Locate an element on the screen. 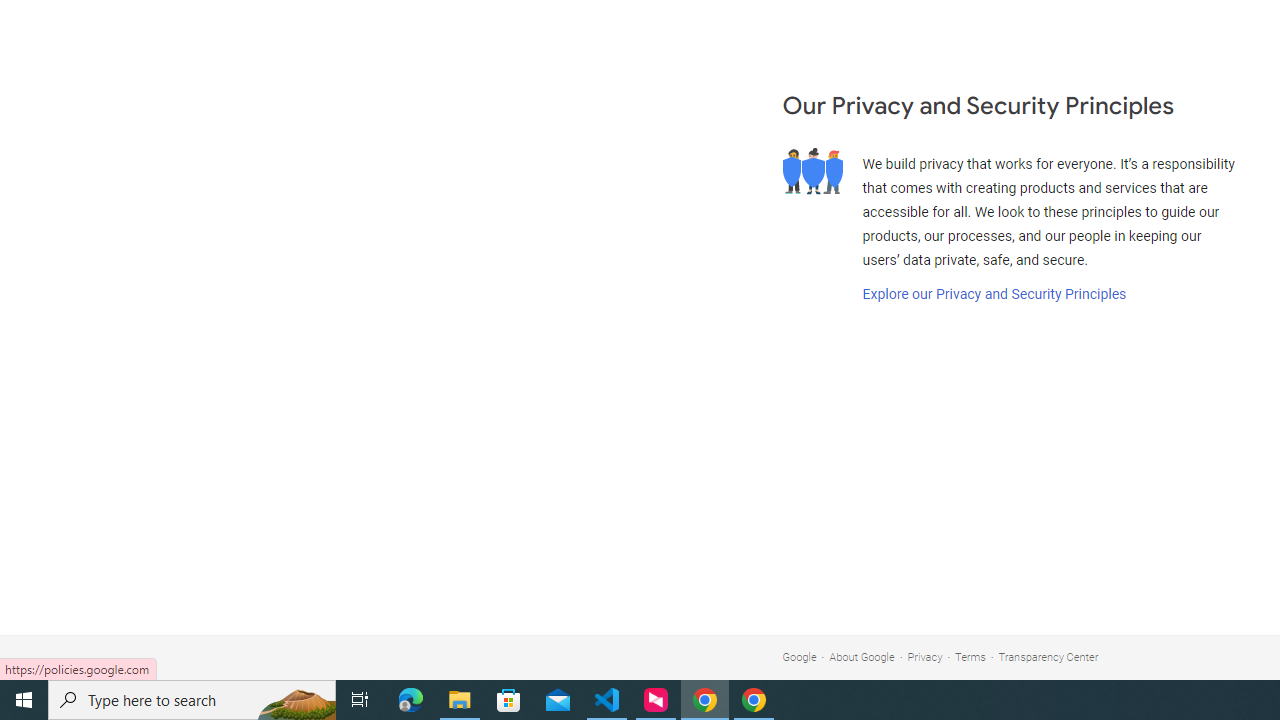 Image resolution: width=1280 pixels, height=720 pixels. 'Transparency Center' is located at coordinates (1047, 657).